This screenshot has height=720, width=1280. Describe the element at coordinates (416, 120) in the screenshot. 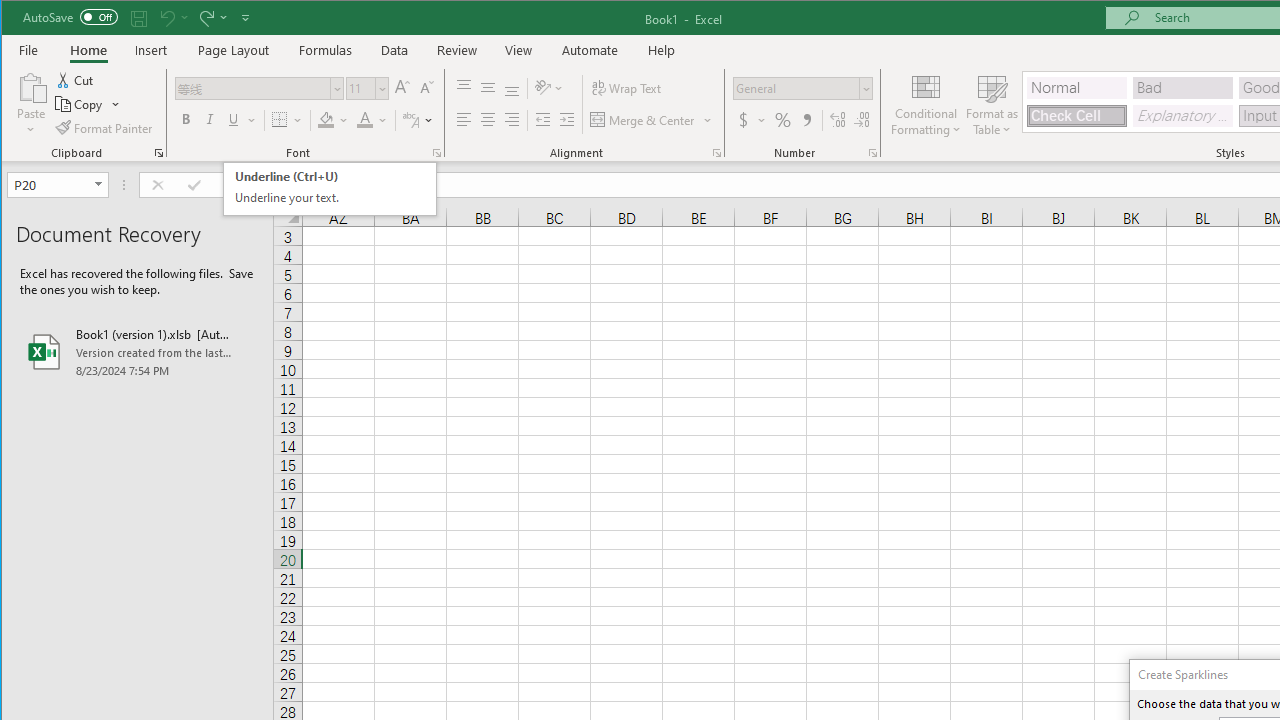

I see `'Show Phonetic Field'` at that location.